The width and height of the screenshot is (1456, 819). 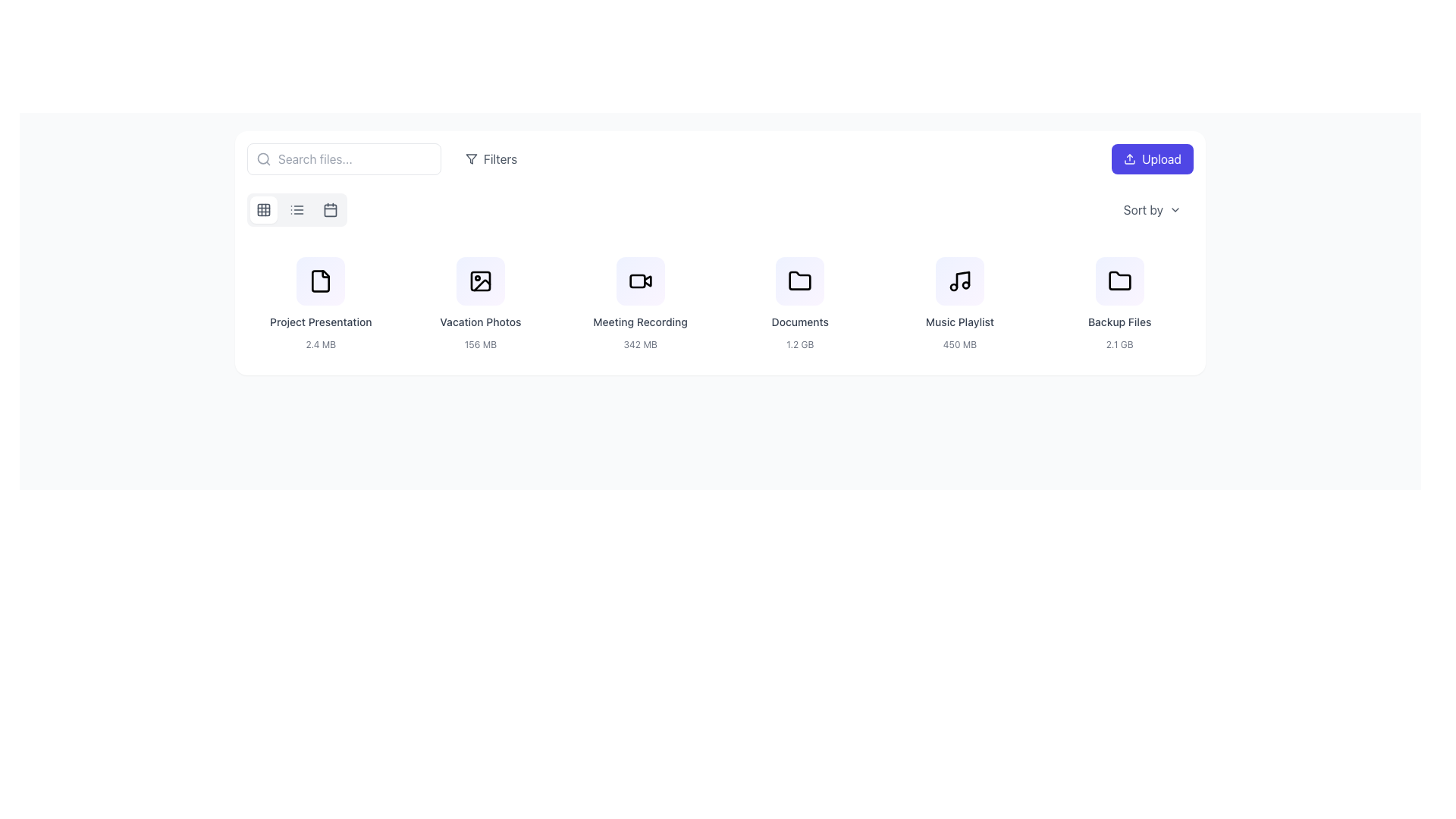 I want to click on the square icon with rounded corners featuring a gradient from light indigo to light purple and a picture frame graphic, located at the top center of the 'Vacation Photos 156 MB' card layout, so click(x=479, y=281).